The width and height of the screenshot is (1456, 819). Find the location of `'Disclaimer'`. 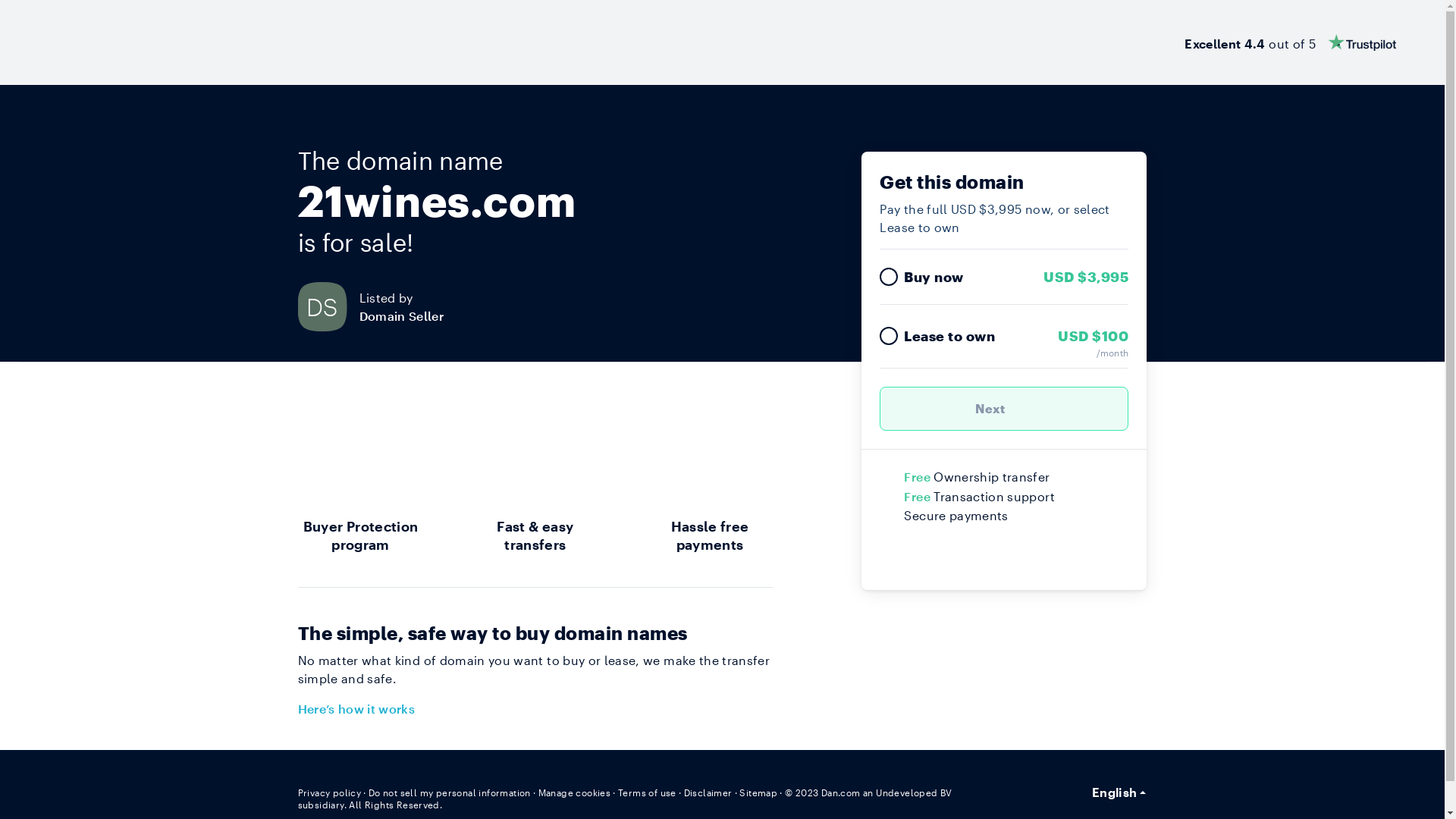

'Disclaimer' is located at coordinates (708, 792).